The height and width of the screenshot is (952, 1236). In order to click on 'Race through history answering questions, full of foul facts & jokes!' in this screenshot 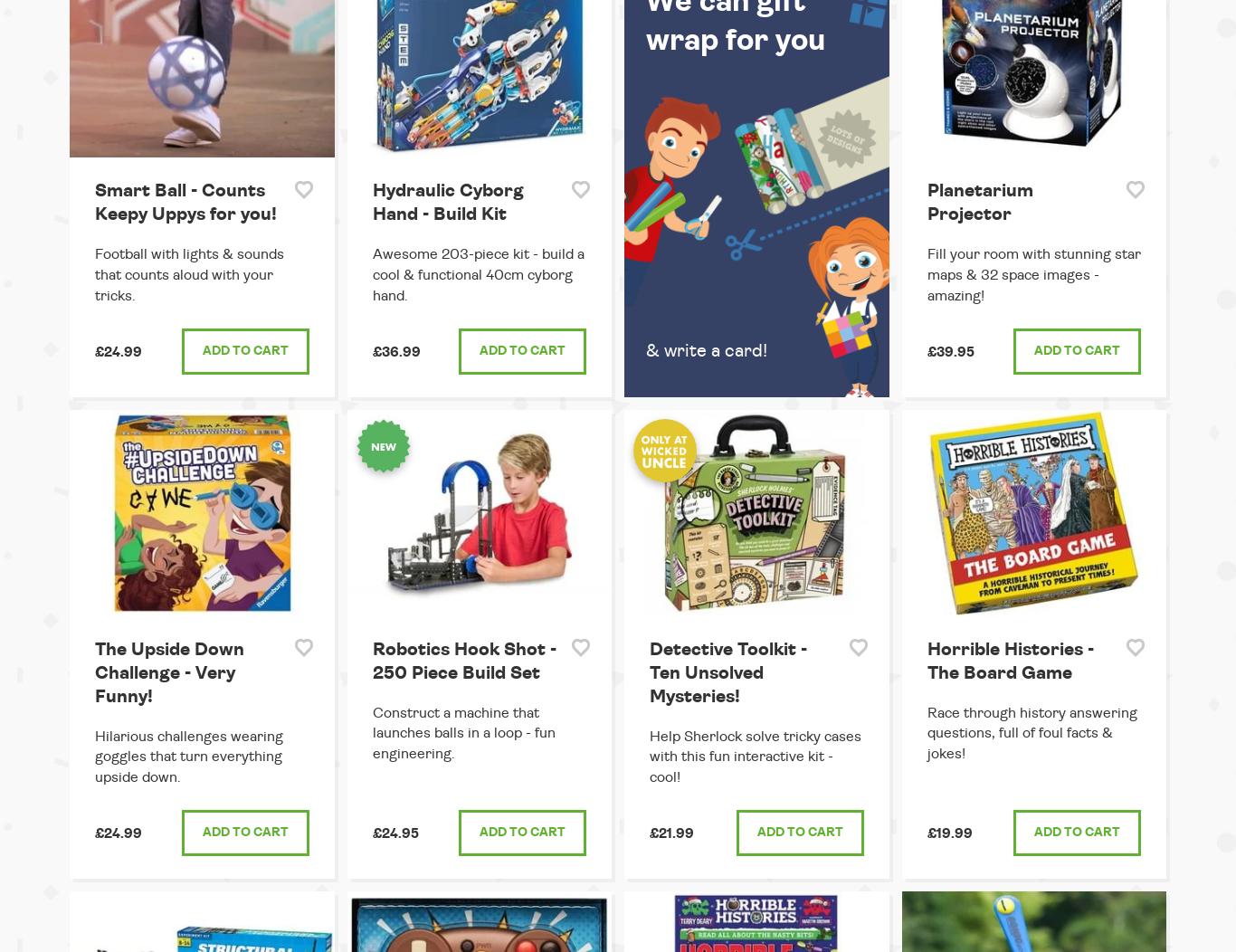, I will do `click(1032, 733)`.